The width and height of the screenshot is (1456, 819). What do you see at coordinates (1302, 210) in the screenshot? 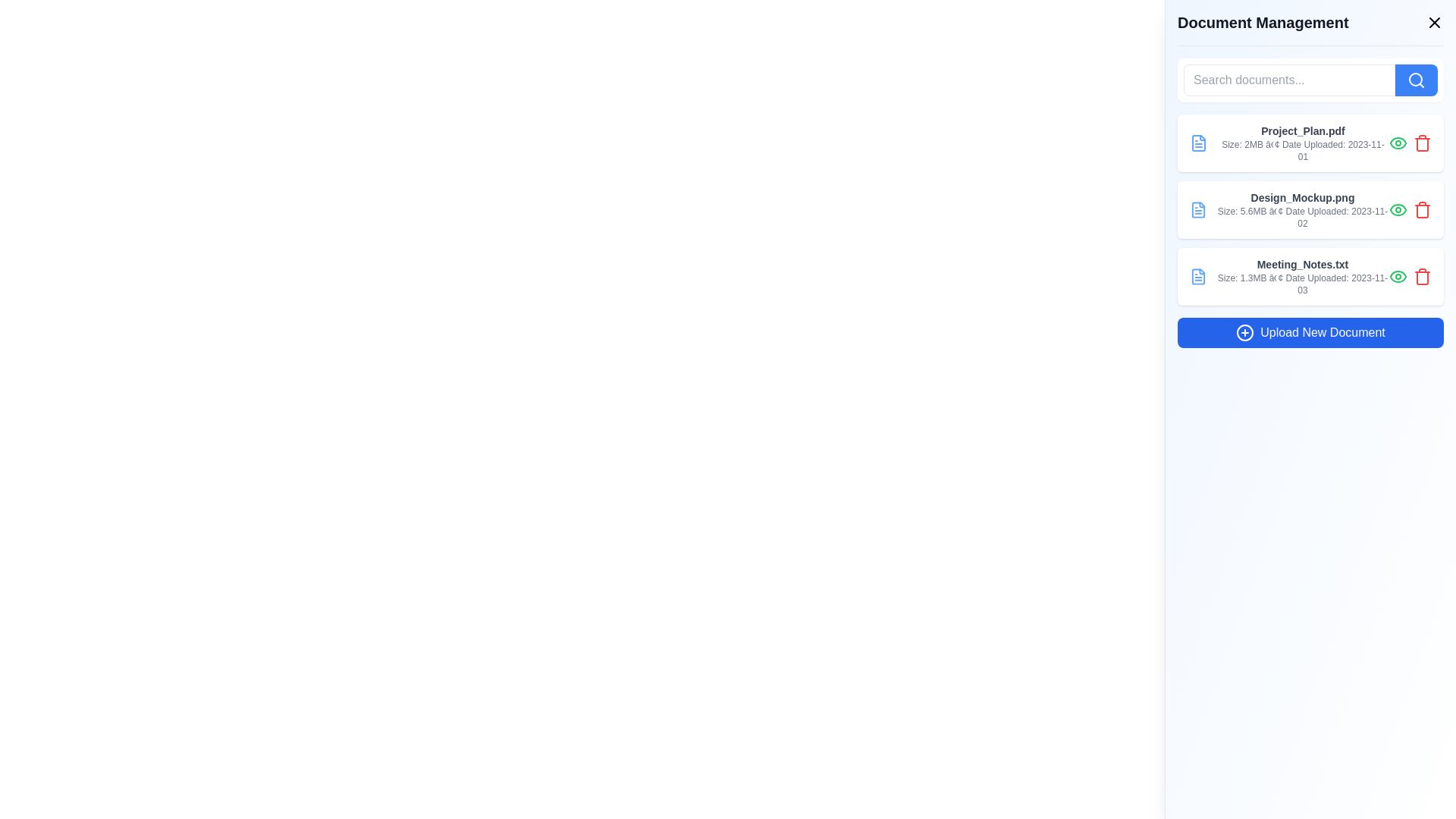
I see `the text label displaying the file metadata for 'Design_Mockup.png', which is the second item in the 'Document Management' panel` at bounding box center [1302, 210].